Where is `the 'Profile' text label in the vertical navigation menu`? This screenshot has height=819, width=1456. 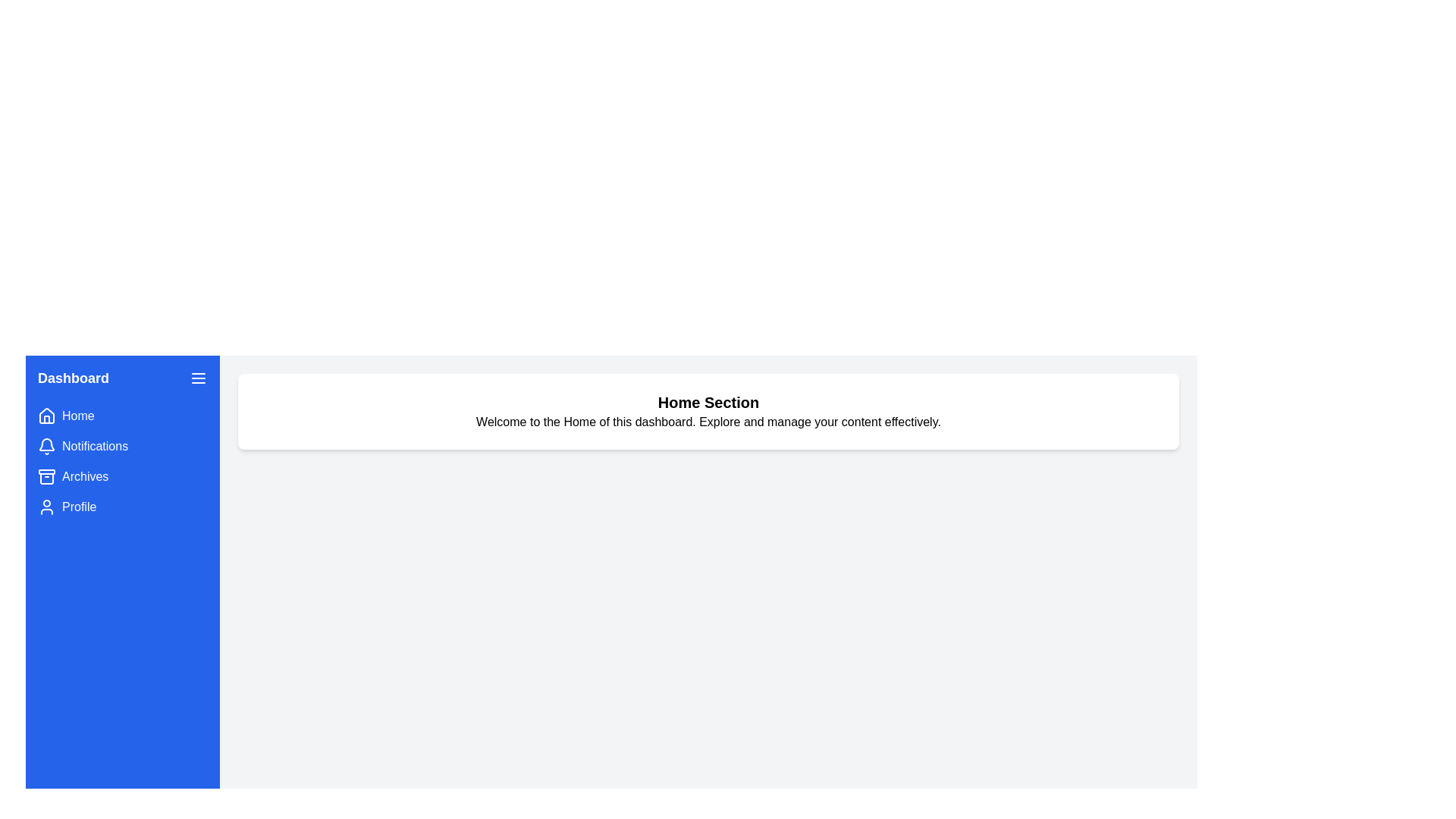
the 'Profile' text label in the vertical navigation menu is located at coordinates (78, 507).